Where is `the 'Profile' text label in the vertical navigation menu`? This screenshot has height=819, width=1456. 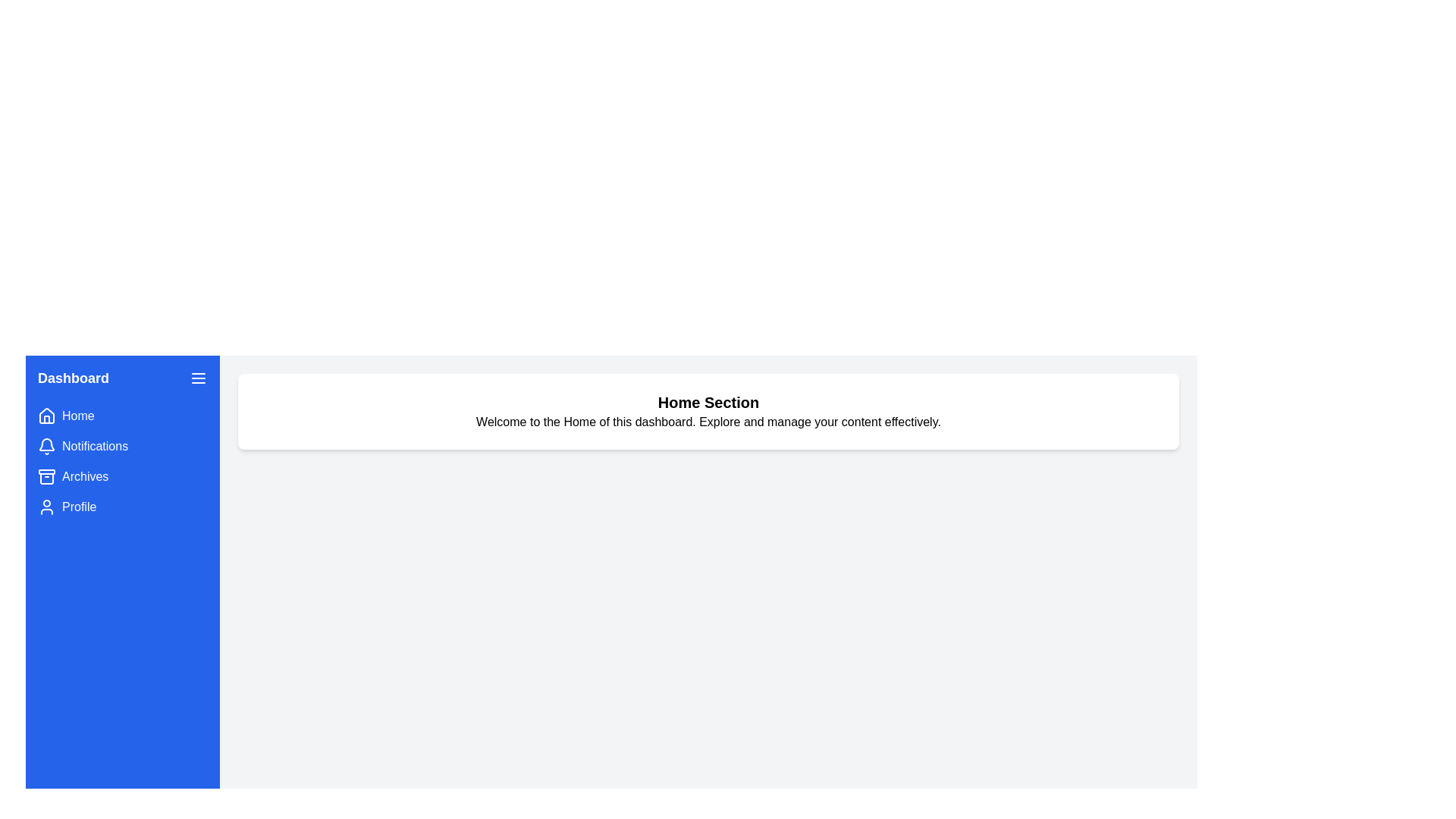
the 'Profile' text label in the vertical navigation menu is located at coordinates (78, 507).